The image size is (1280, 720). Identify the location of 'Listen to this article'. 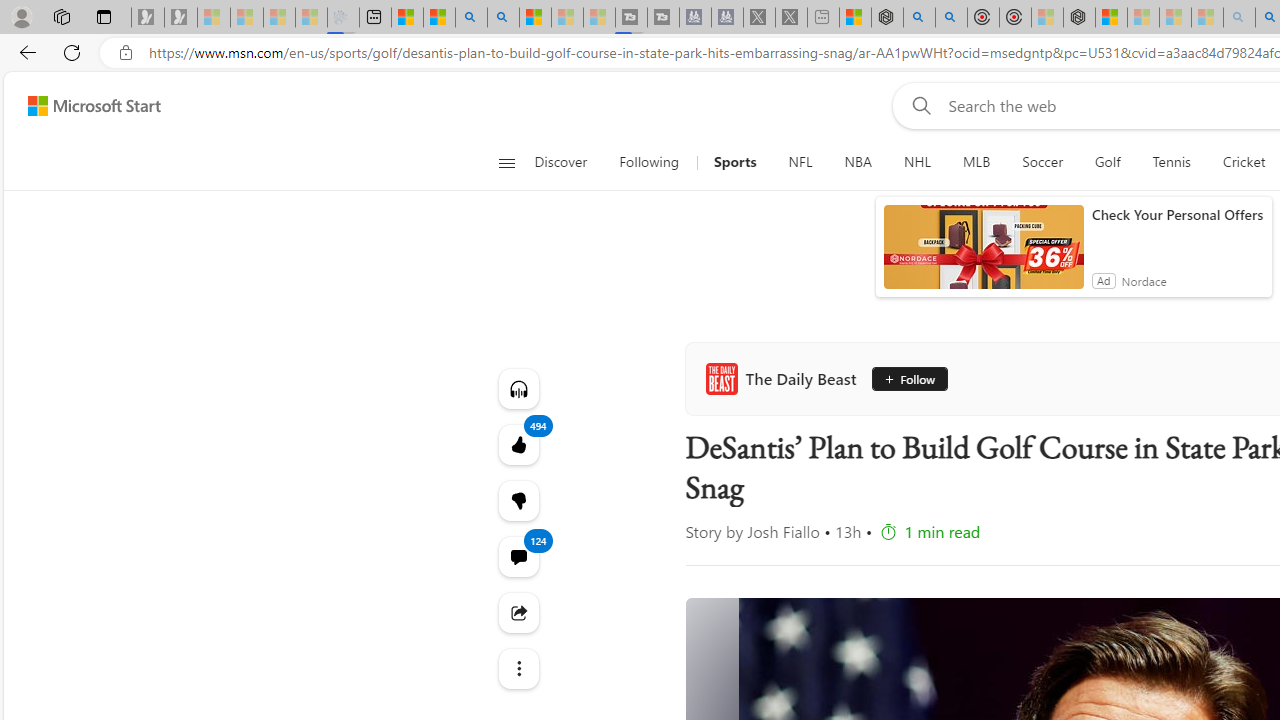
(518, 388).